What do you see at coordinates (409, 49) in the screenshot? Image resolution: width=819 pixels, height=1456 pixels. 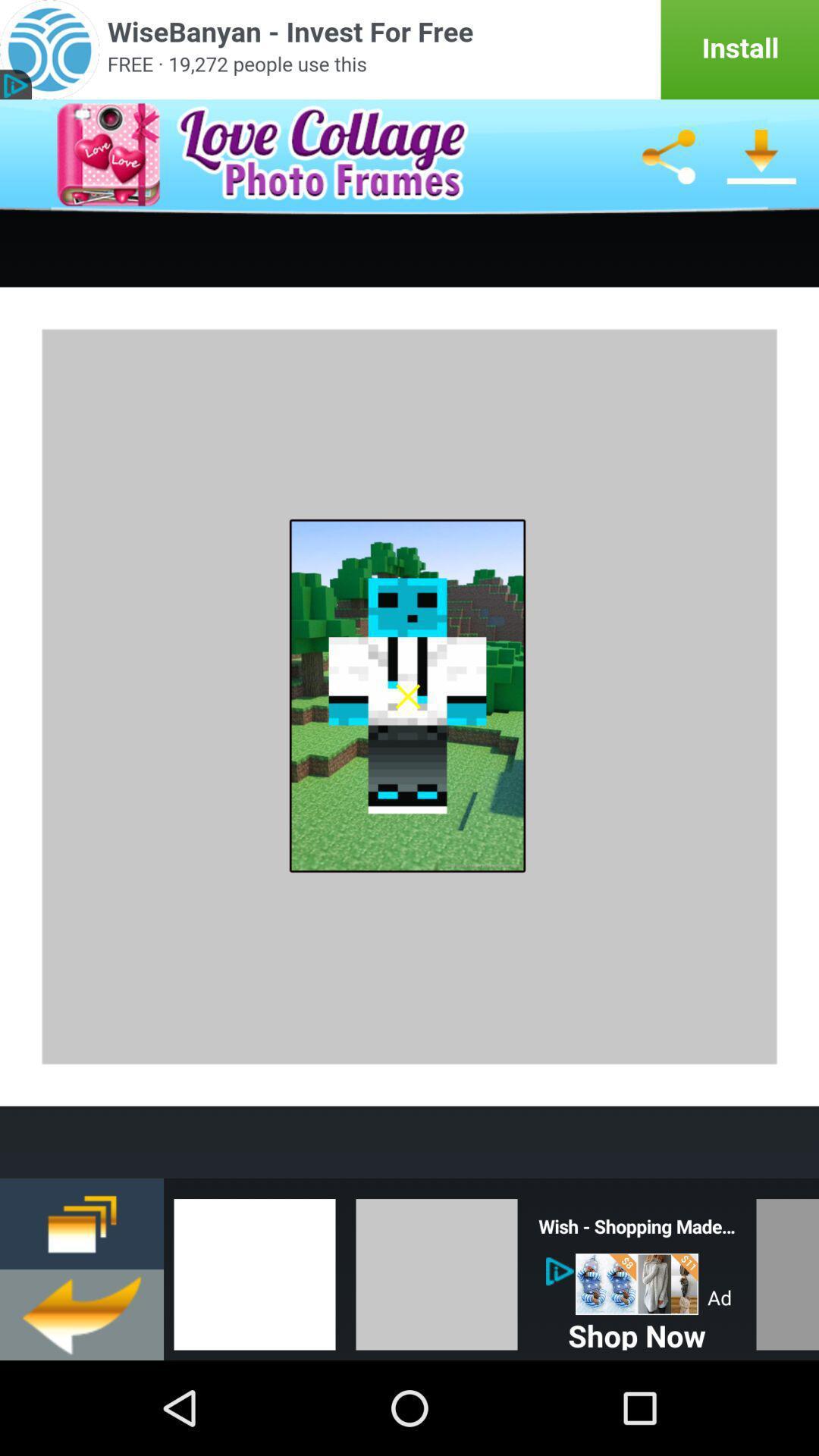 I see `open advertisement` at bounding box center [409, 49].